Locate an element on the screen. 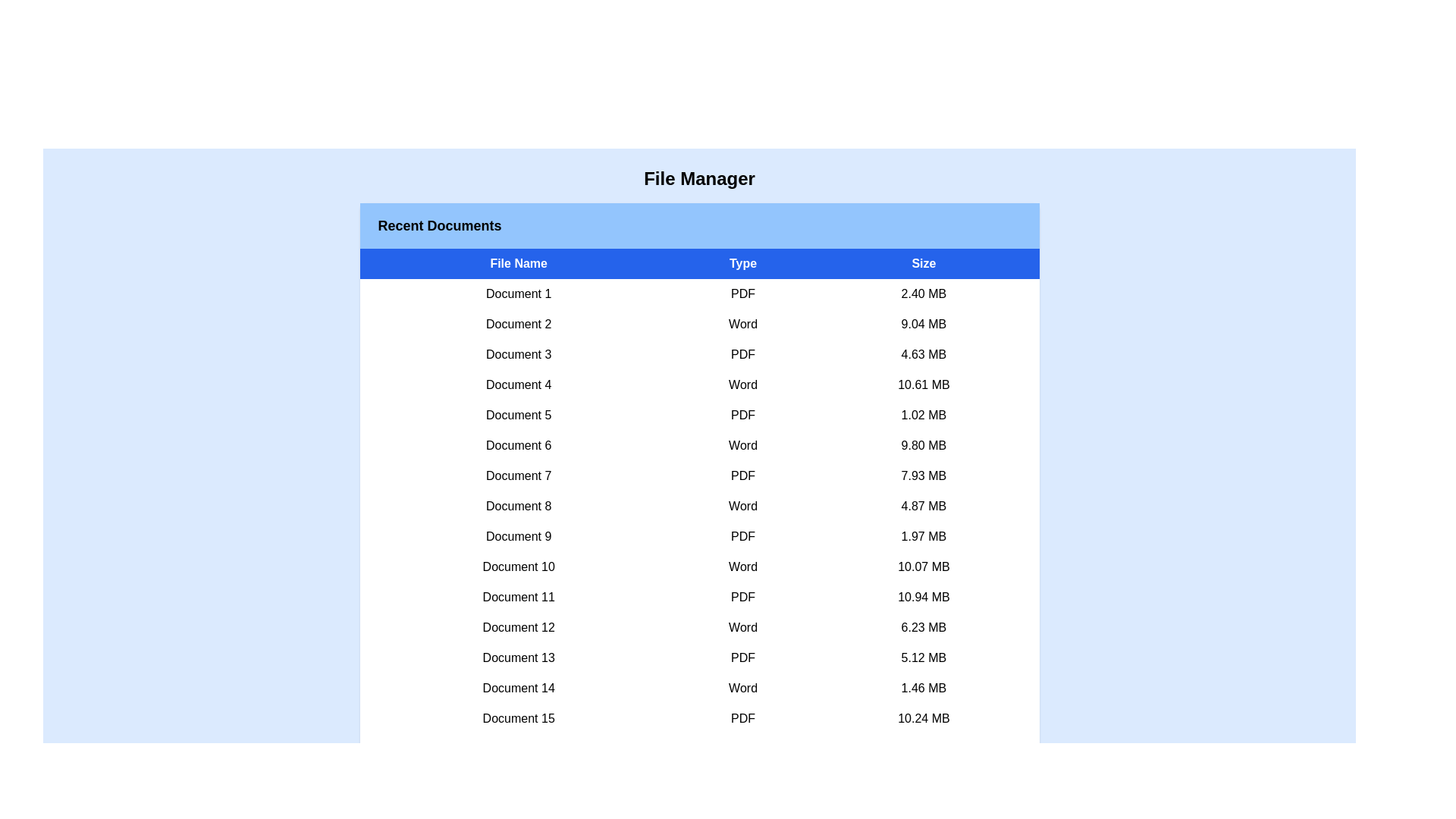 This screenshot has width=1456, height=819. the column header to sort files by File Name is located at coordinates (519, 262).